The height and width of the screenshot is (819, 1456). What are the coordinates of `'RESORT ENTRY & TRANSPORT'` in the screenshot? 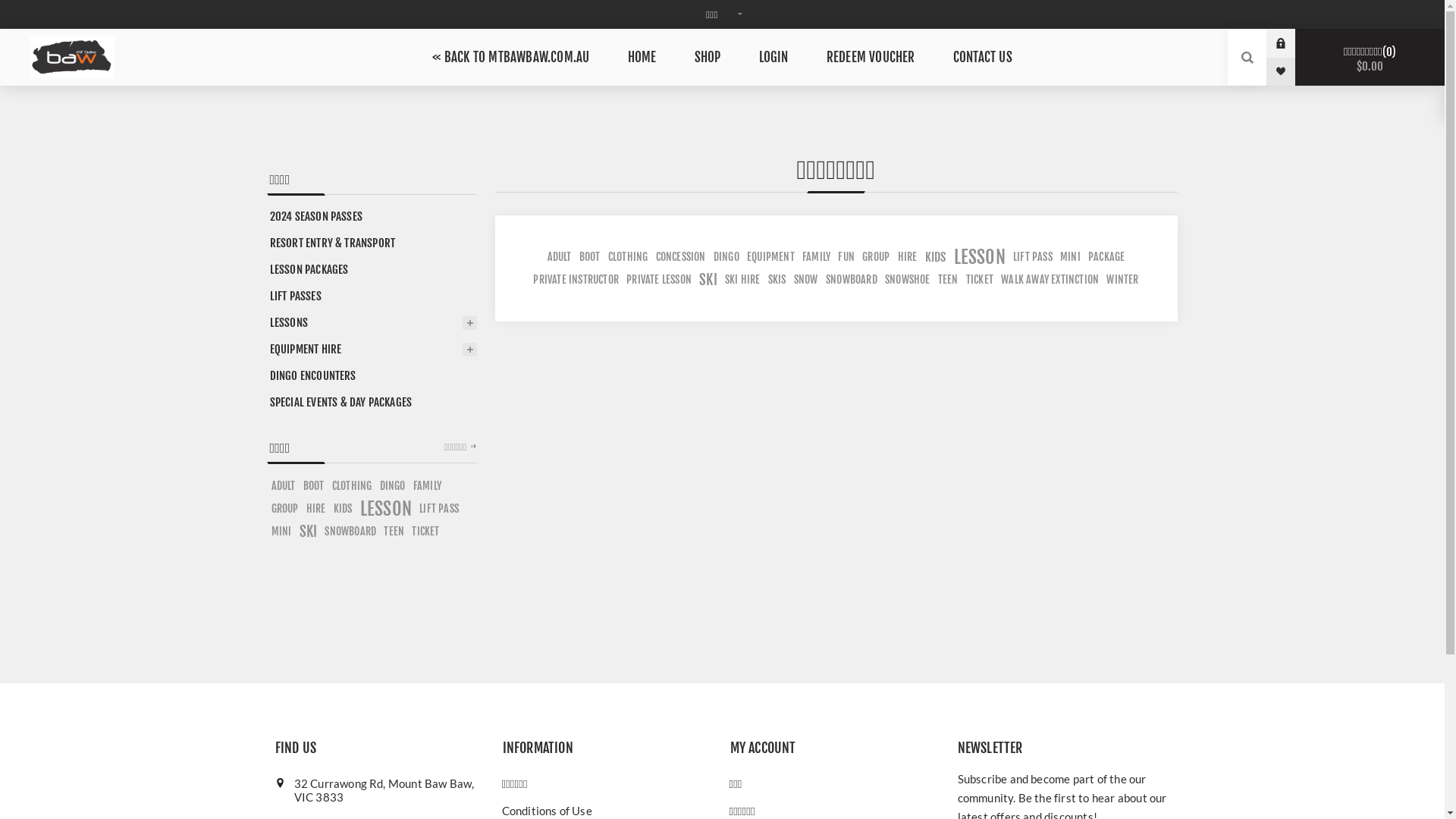 It's located at (371, 242).